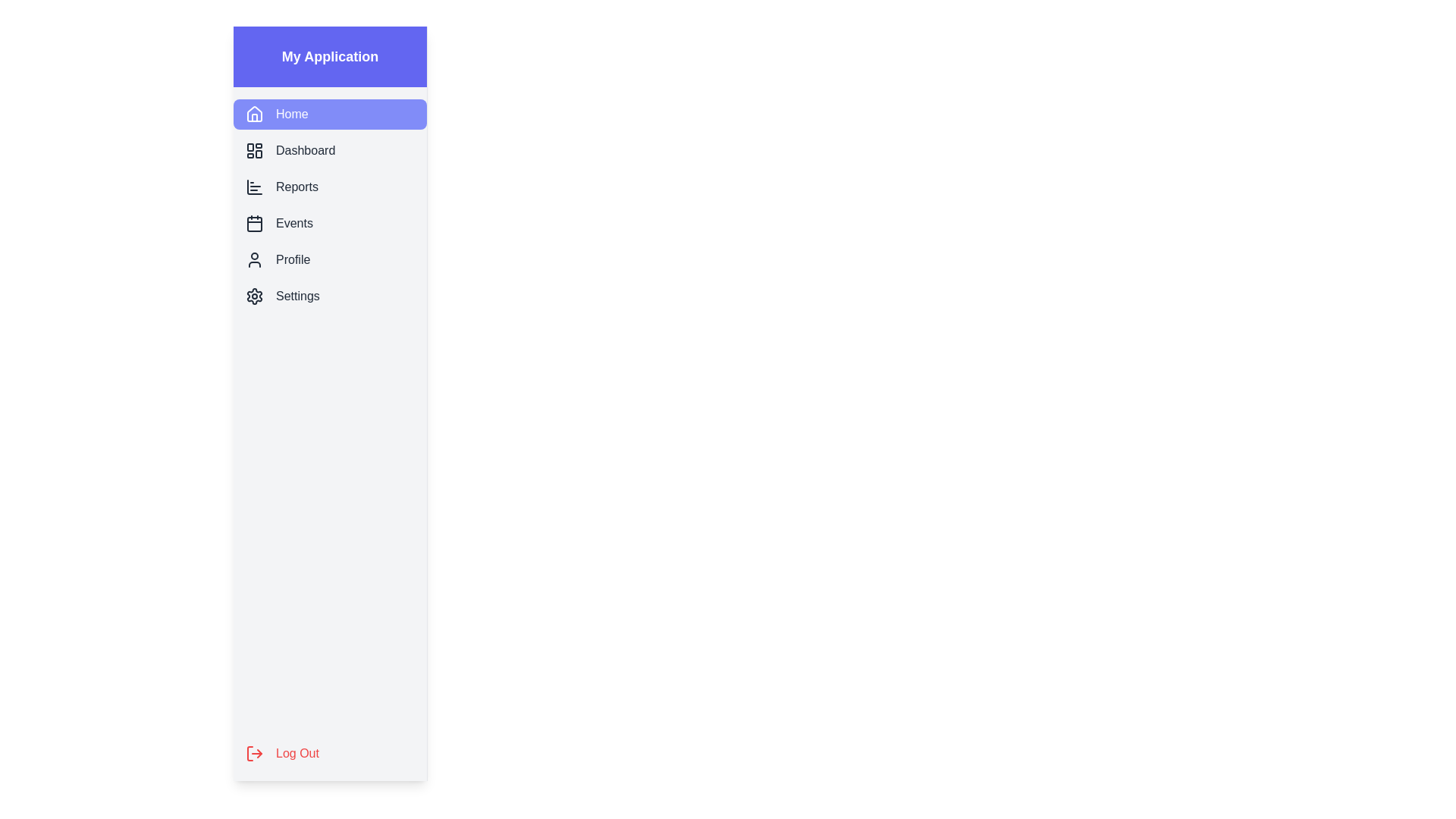  What do you see at coordinates (255, 113) in the screenshot?
I see `the white house icon located to the left of the 'Home' text in the sidebar menu` at bounding box center [255, 113].